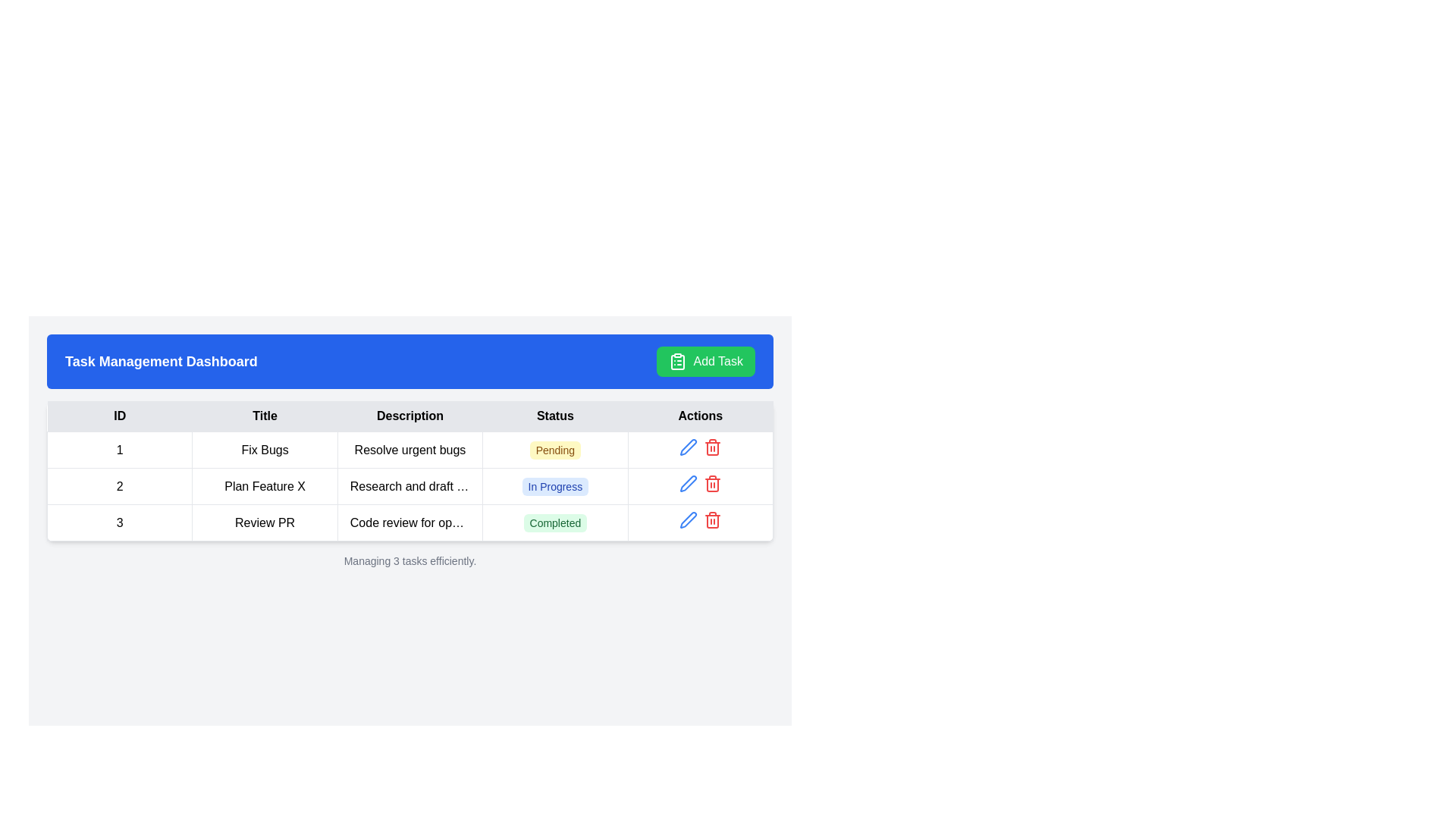  I want to click on the table cell in the 'ID' column of the second row, which serves as a unique identifier for the associated task data, so click(119, 486).